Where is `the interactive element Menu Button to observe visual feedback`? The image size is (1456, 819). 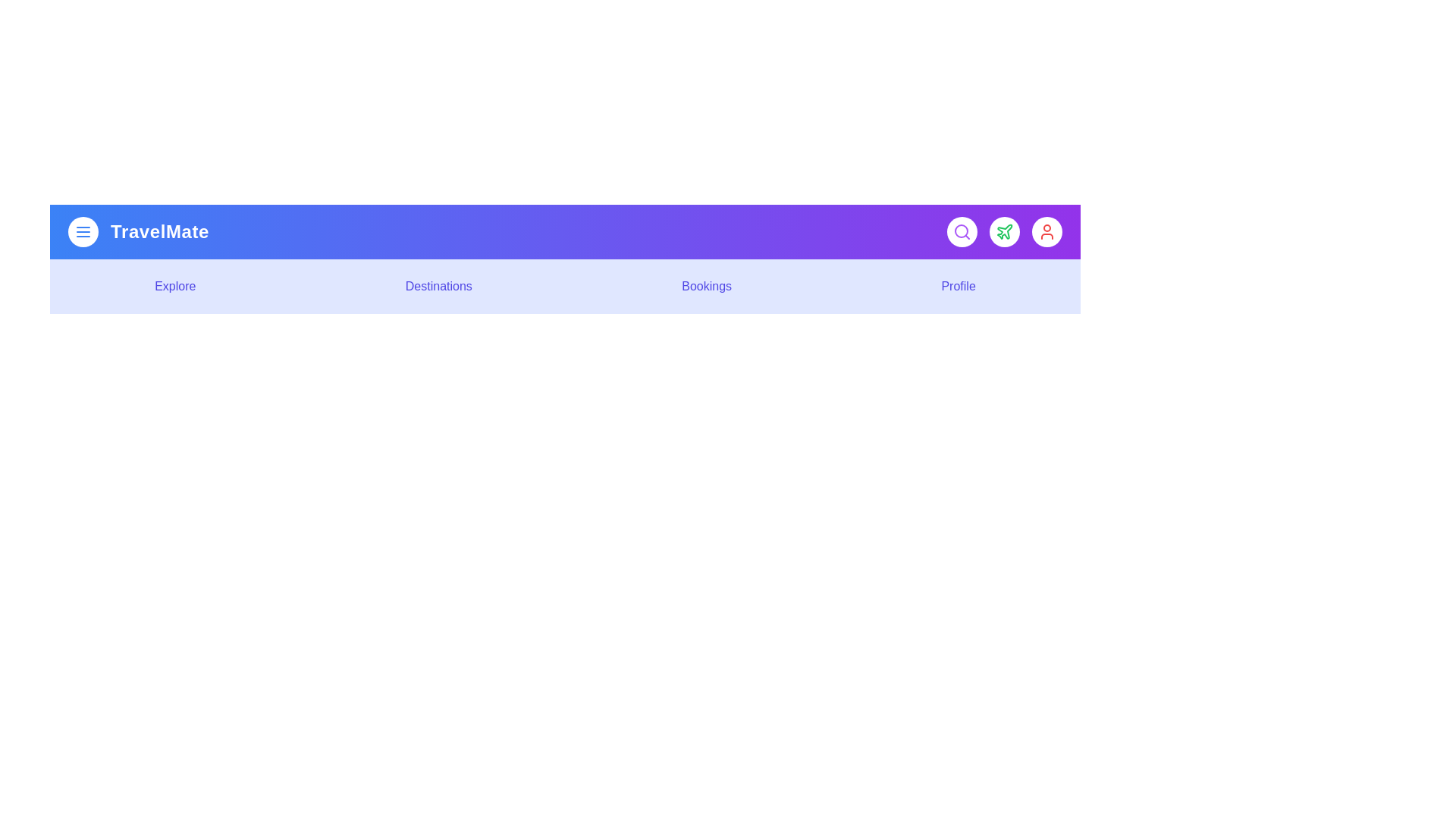 the interactive element Menu Button to observe visual feedback is located at coordinates (83, 231).